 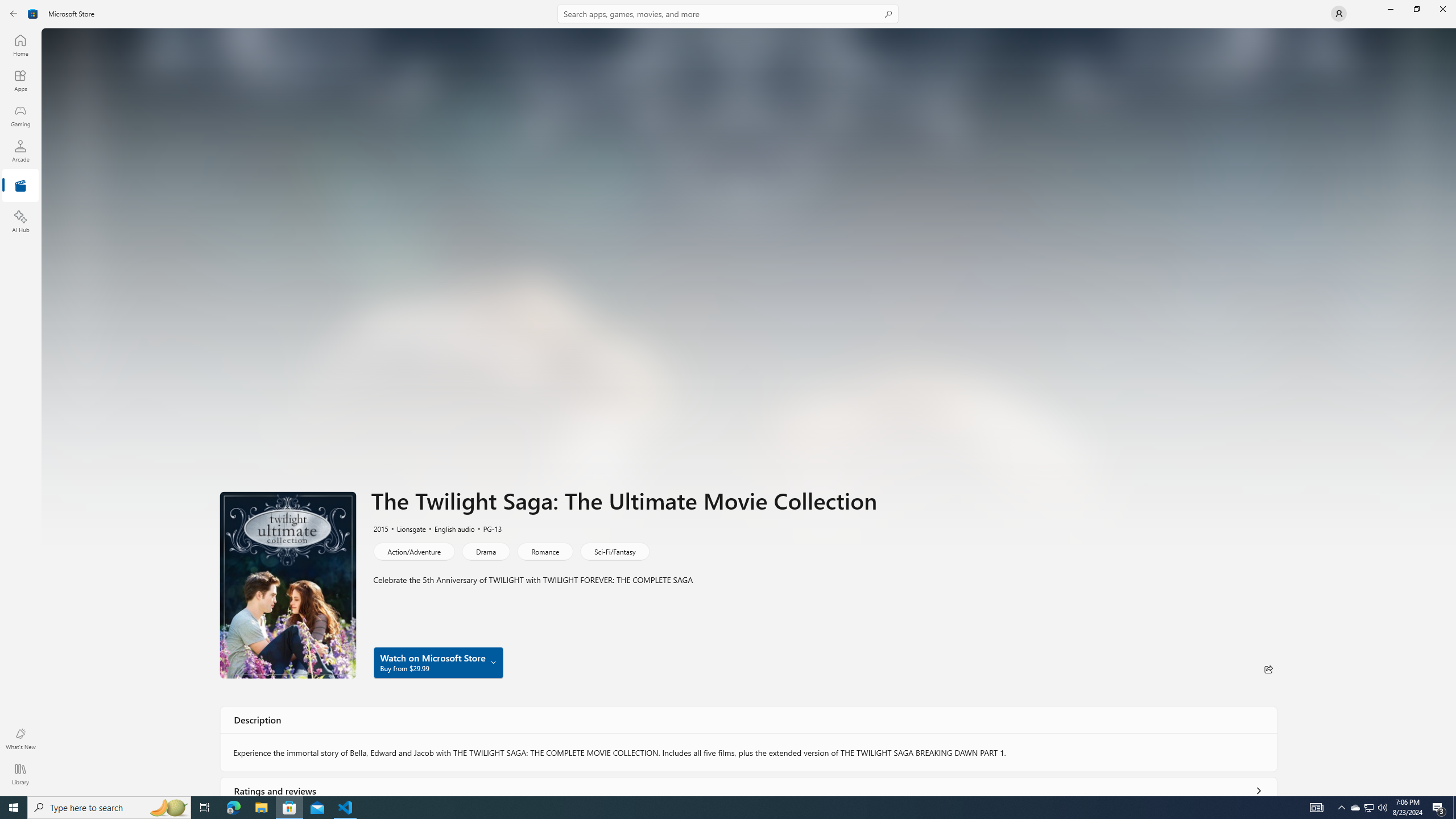 I want to click on 'Drama', so click(x=485, y=551).